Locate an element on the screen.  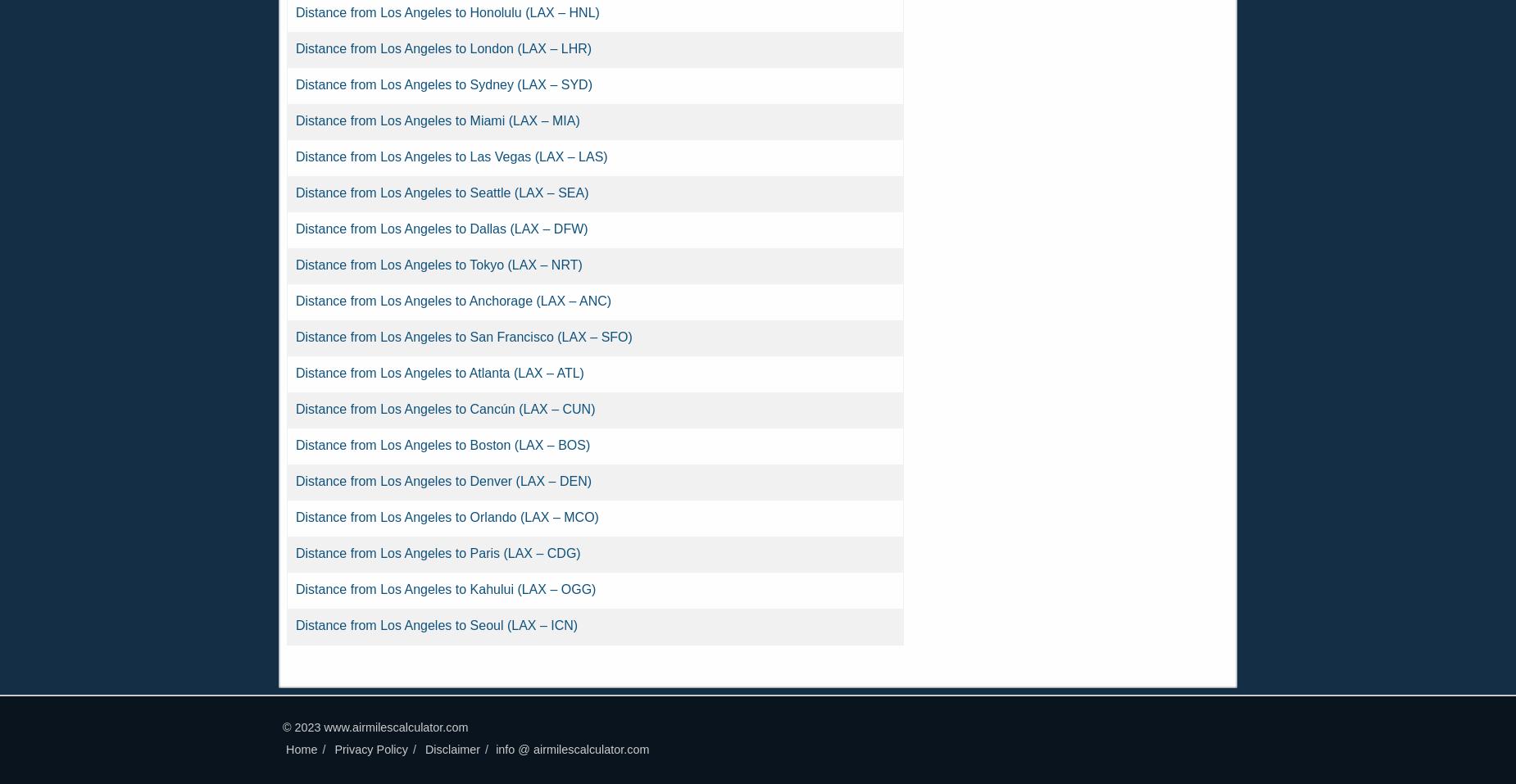
'Distance from Los Angeles to Tokyo (LAX – NRT)' is located at coordinates (294, 265).